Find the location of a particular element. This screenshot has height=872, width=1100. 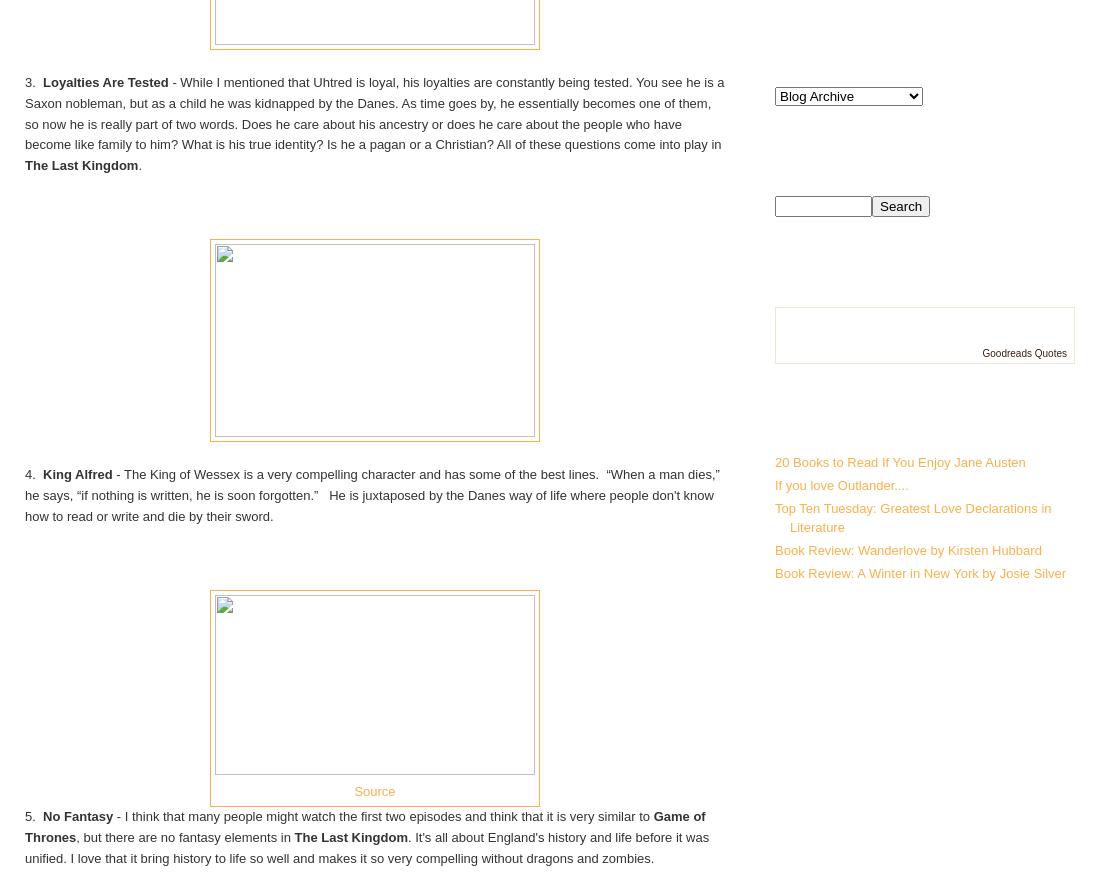

'.' is located at coordinates (137, 165).